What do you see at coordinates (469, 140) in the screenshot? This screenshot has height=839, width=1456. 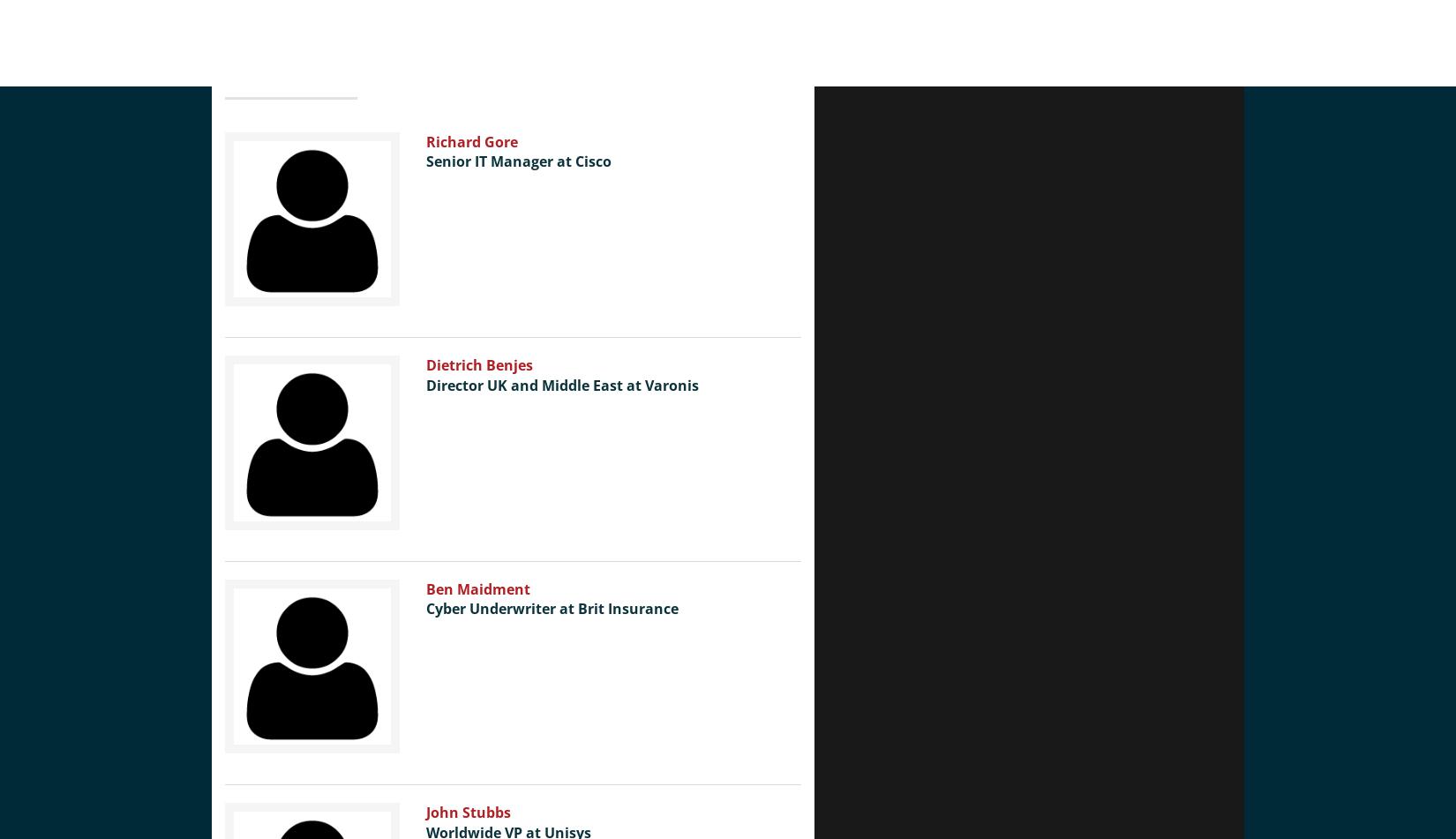 I see `'Richard Gore'` at bounding box center [469, 140].